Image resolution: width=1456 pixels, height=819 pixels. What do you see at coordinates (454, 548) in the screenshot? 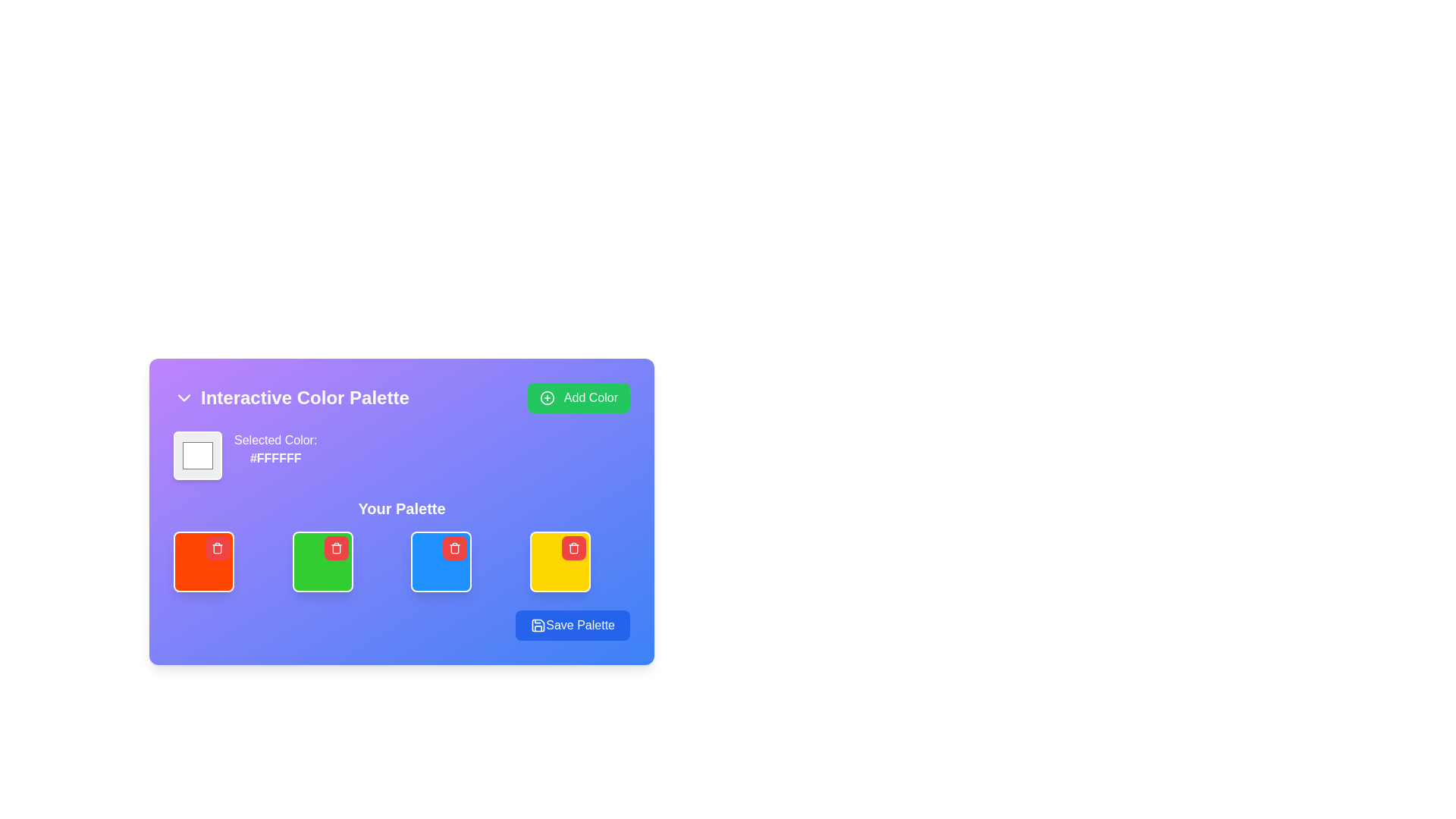
I see `the icon button styled like a trash bin, which has a red background and is the third button from the left in the 'Your Palette' section` at bounding box center [454, 548].